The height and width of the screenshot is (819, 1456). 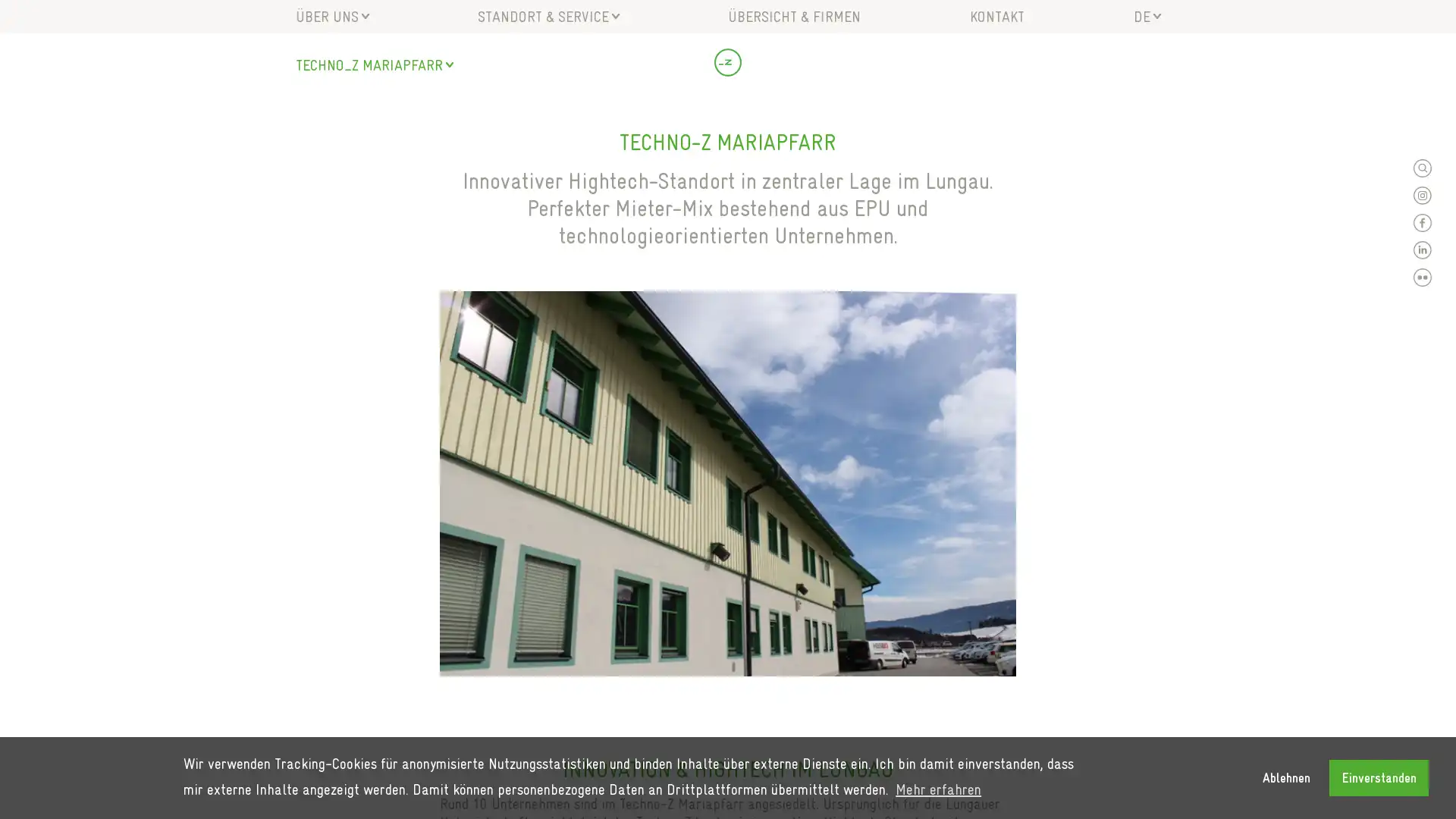 I want to click on allow cookies, so click(x=1379, y=777).